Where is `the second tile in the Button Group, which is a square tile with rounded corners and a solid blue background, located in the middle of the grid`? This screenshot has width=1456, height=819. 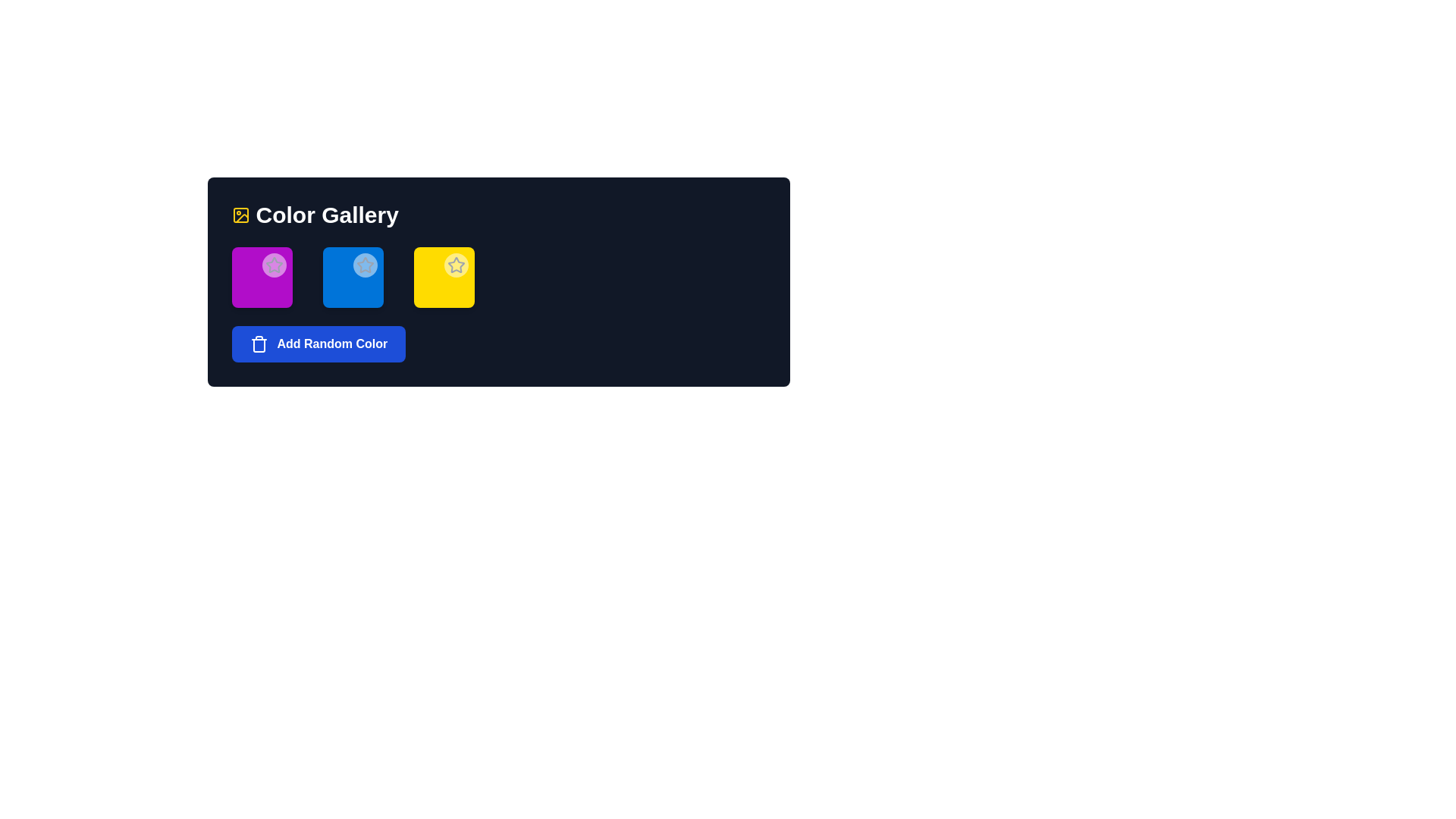
the second tile in the Button Group, which is a square tile with rounded corners and a solid blue background, located in the middle of the grid is located at coordinates (352, 278).